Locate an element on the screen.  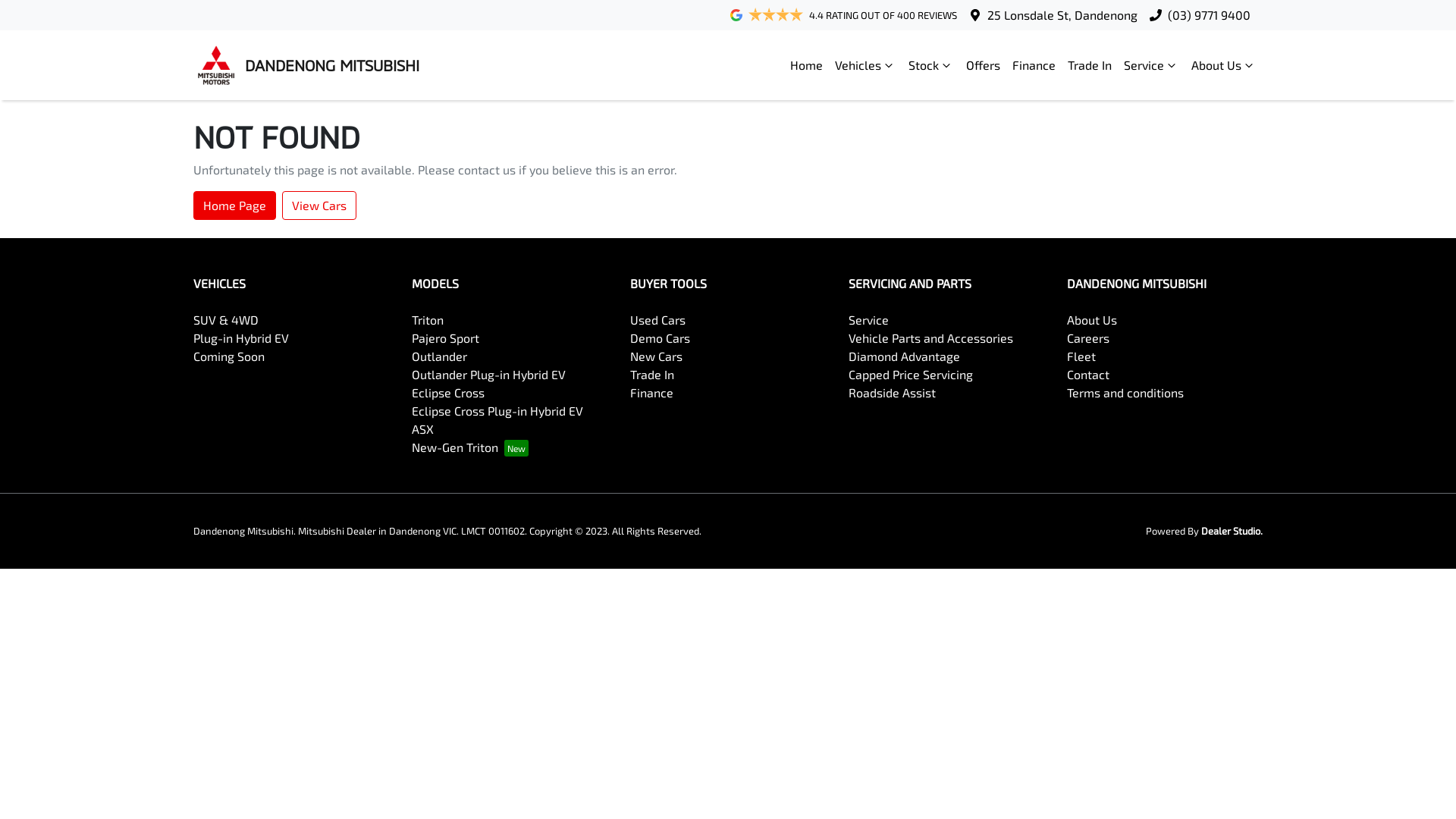
'Service' is located at coordinates (1151, 64).